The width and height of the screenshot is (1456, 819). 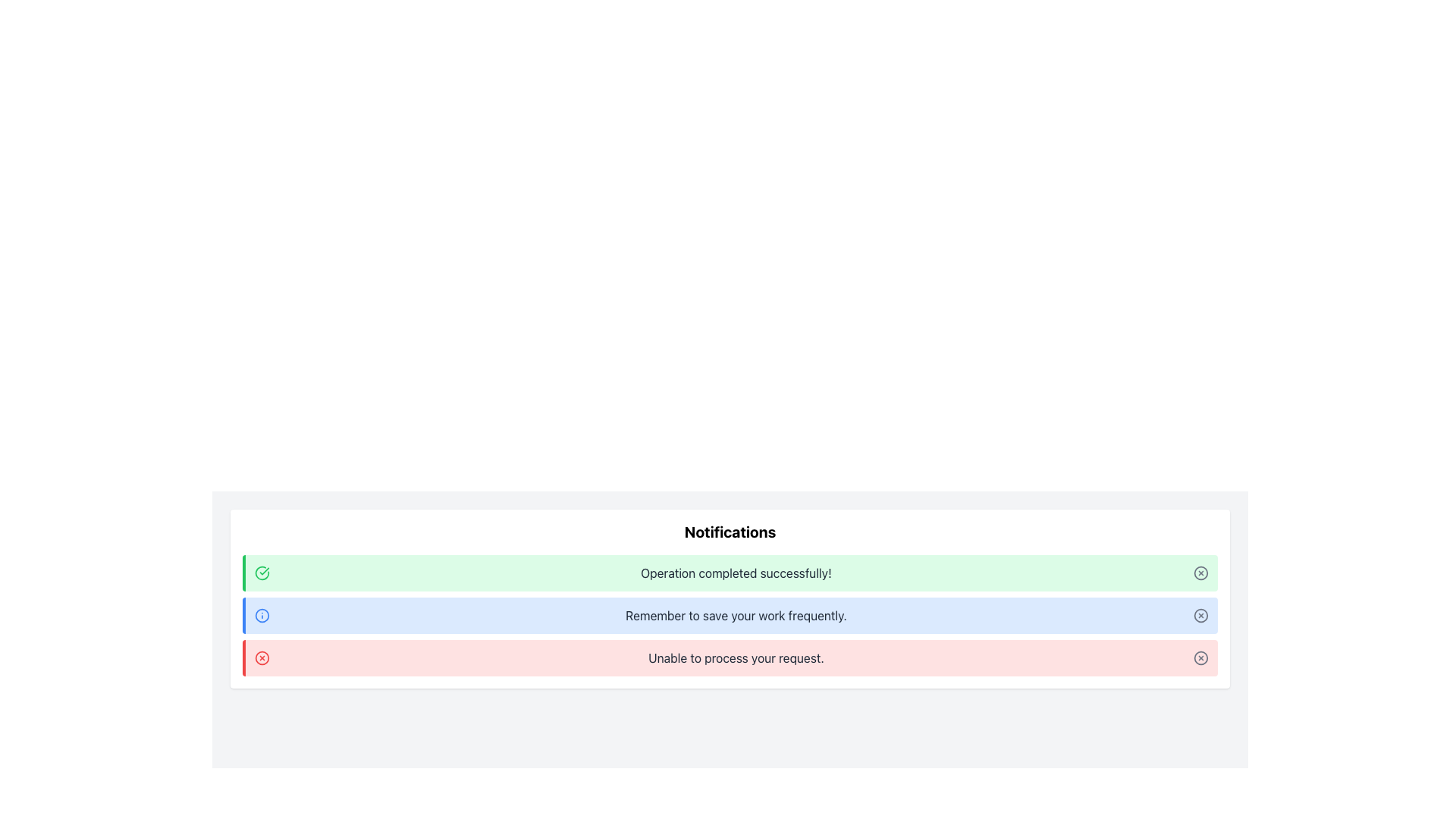 What do you see at coordinates (1200, 616) in the screenshot?
I see `the close button icon, which is a small circle with an 'X' inside, located at the right end of the notification message bar` at bounding box center [1200, 616].